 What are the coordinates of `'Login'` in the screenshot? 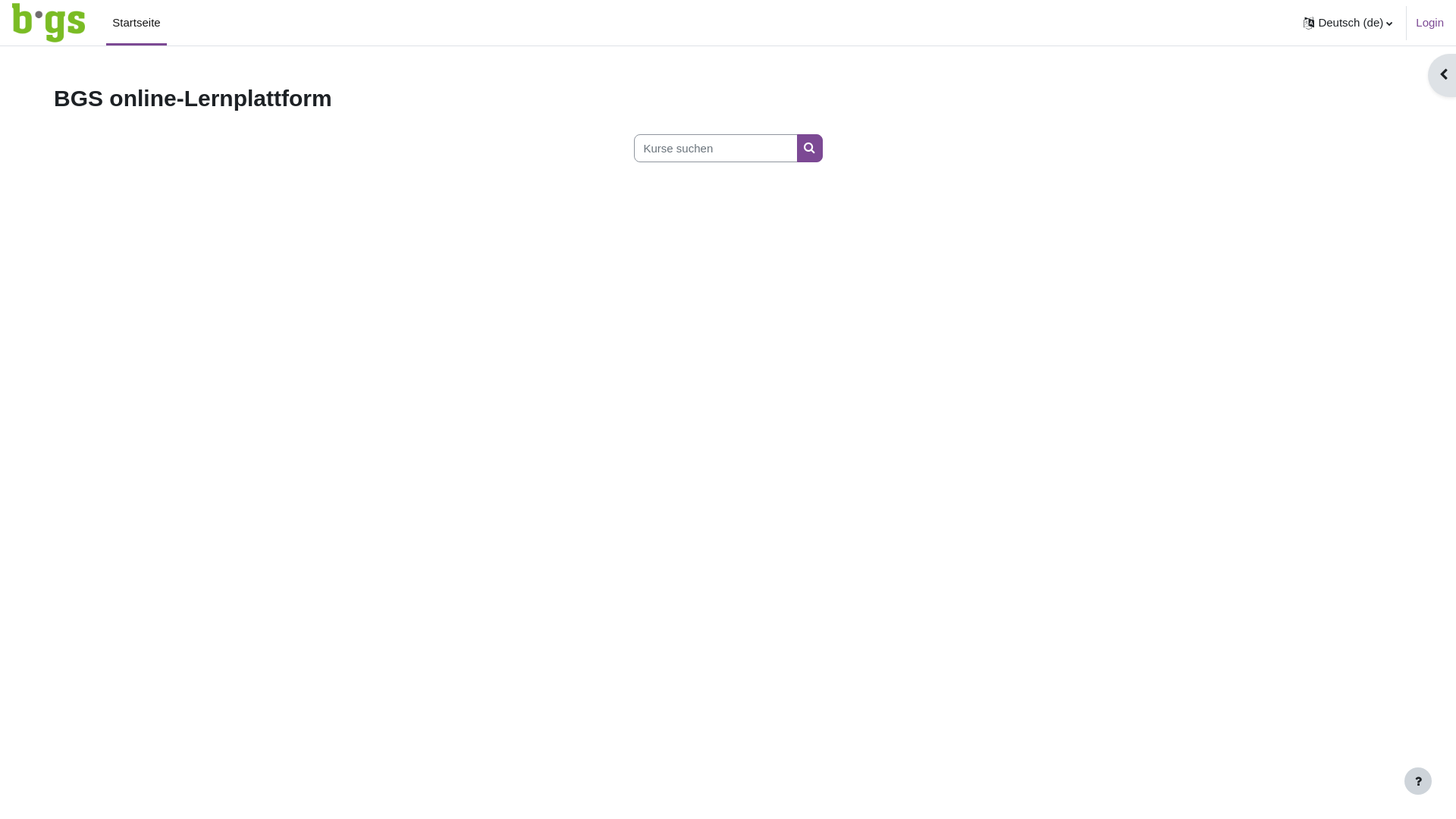 It's located at (1429, 23).